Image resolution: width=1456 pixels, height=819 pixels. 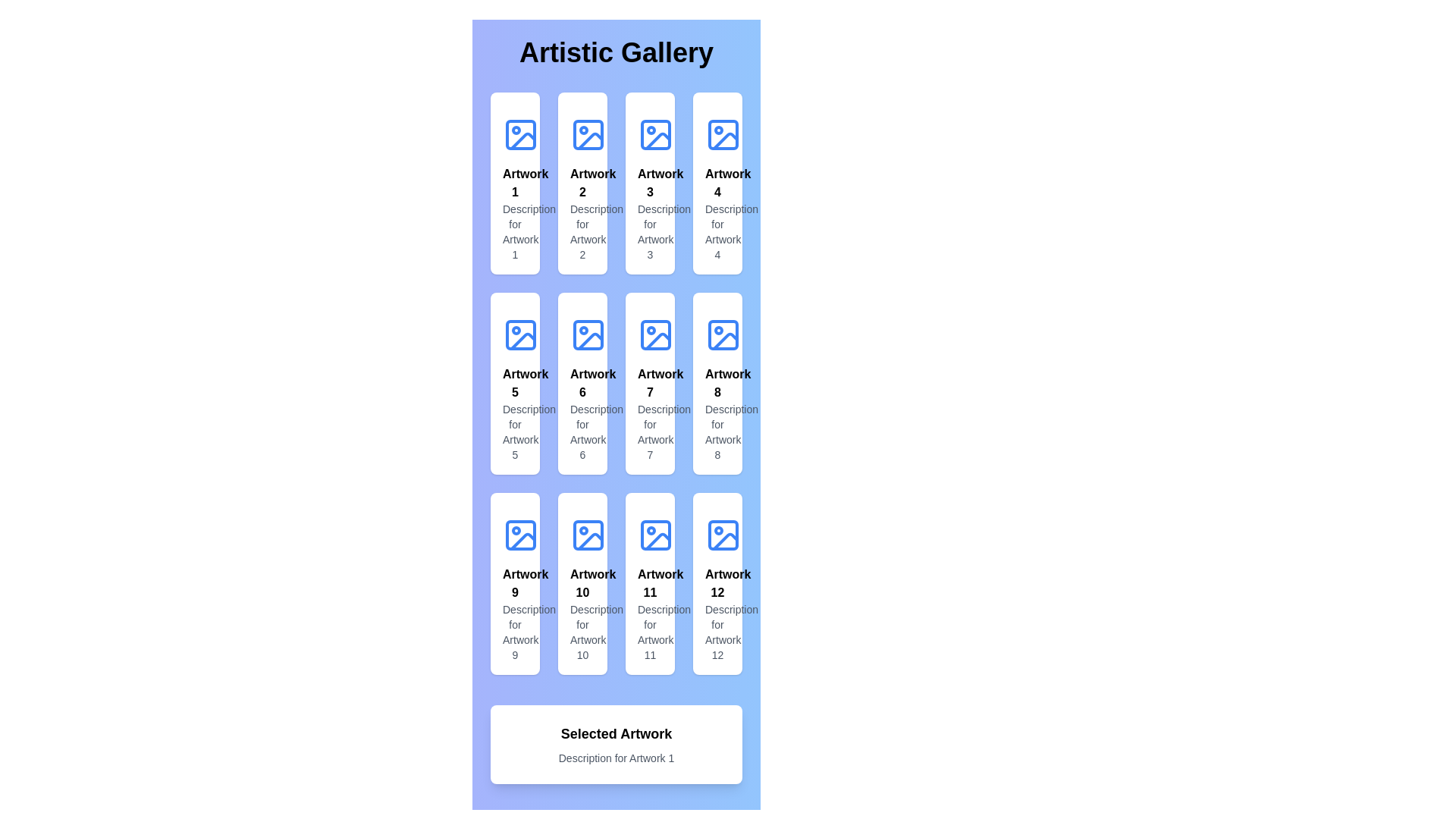 I want to click on the Content card summarizing 'Artwork 12', which is the twelfth card in the last column of the grid, so click(x=717, y=583).